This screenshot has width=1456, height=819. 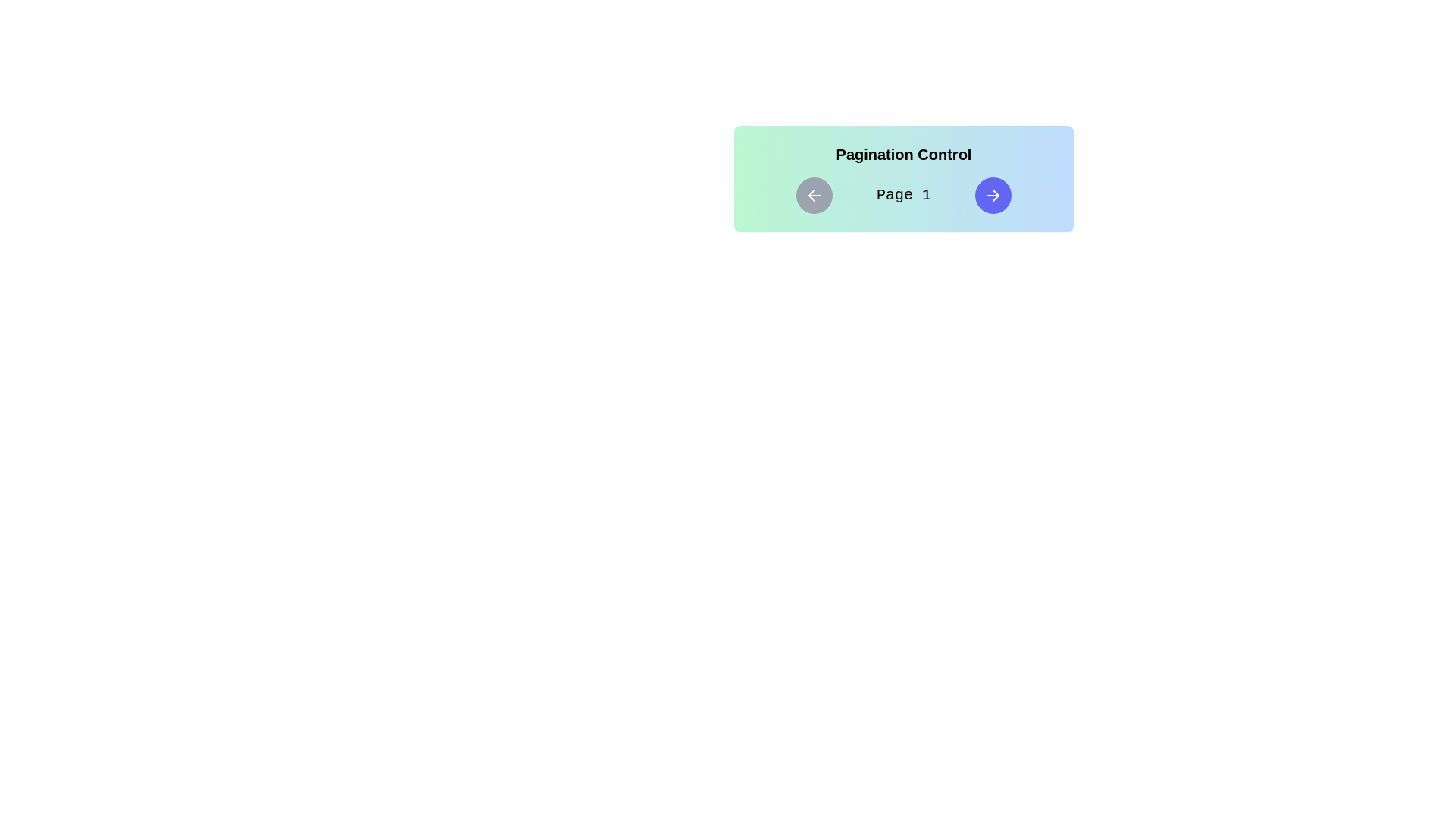 I want to click on right arrow button to navigate to the next page, so click(x=993, y=195).